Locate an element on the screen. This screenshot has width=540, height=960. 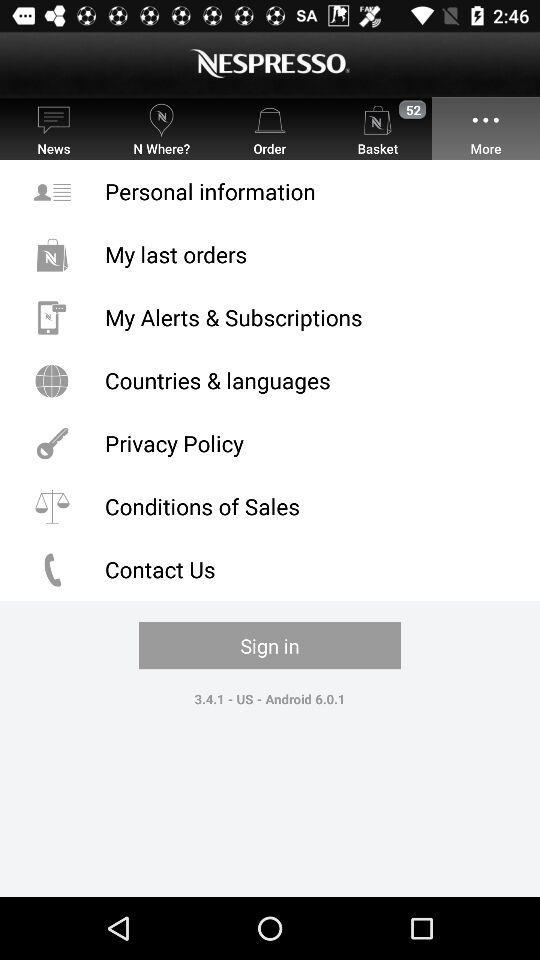
my last orders is located at coordinates (270, 253).